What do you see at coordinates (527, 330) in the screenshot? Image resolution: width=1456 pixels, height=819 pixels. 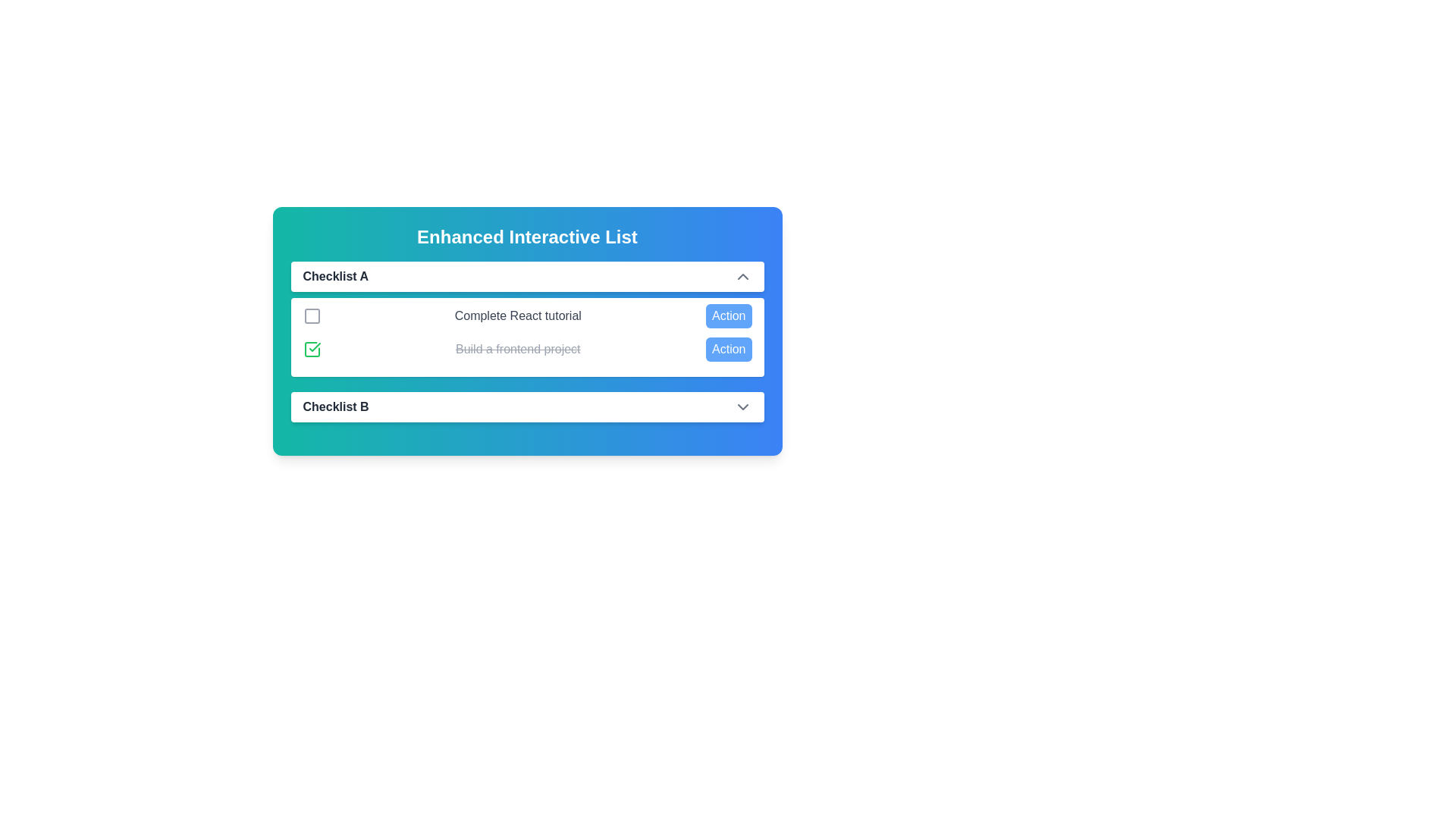 I see `the 'Enhanced Interactive List' component` at bounding box center [527, 330].